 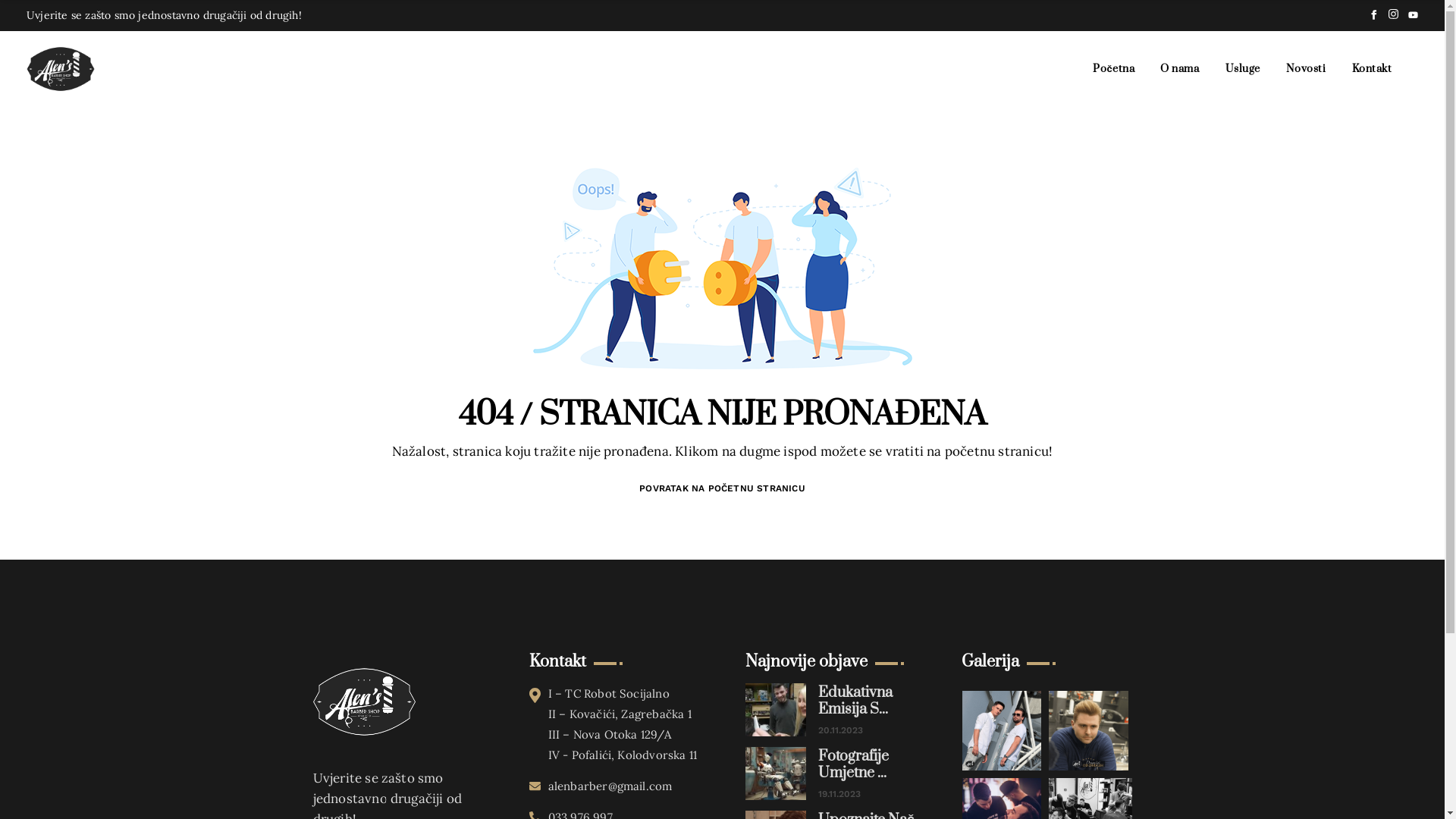 I want to click on 'Novosti', so click(x=1305, y=69).